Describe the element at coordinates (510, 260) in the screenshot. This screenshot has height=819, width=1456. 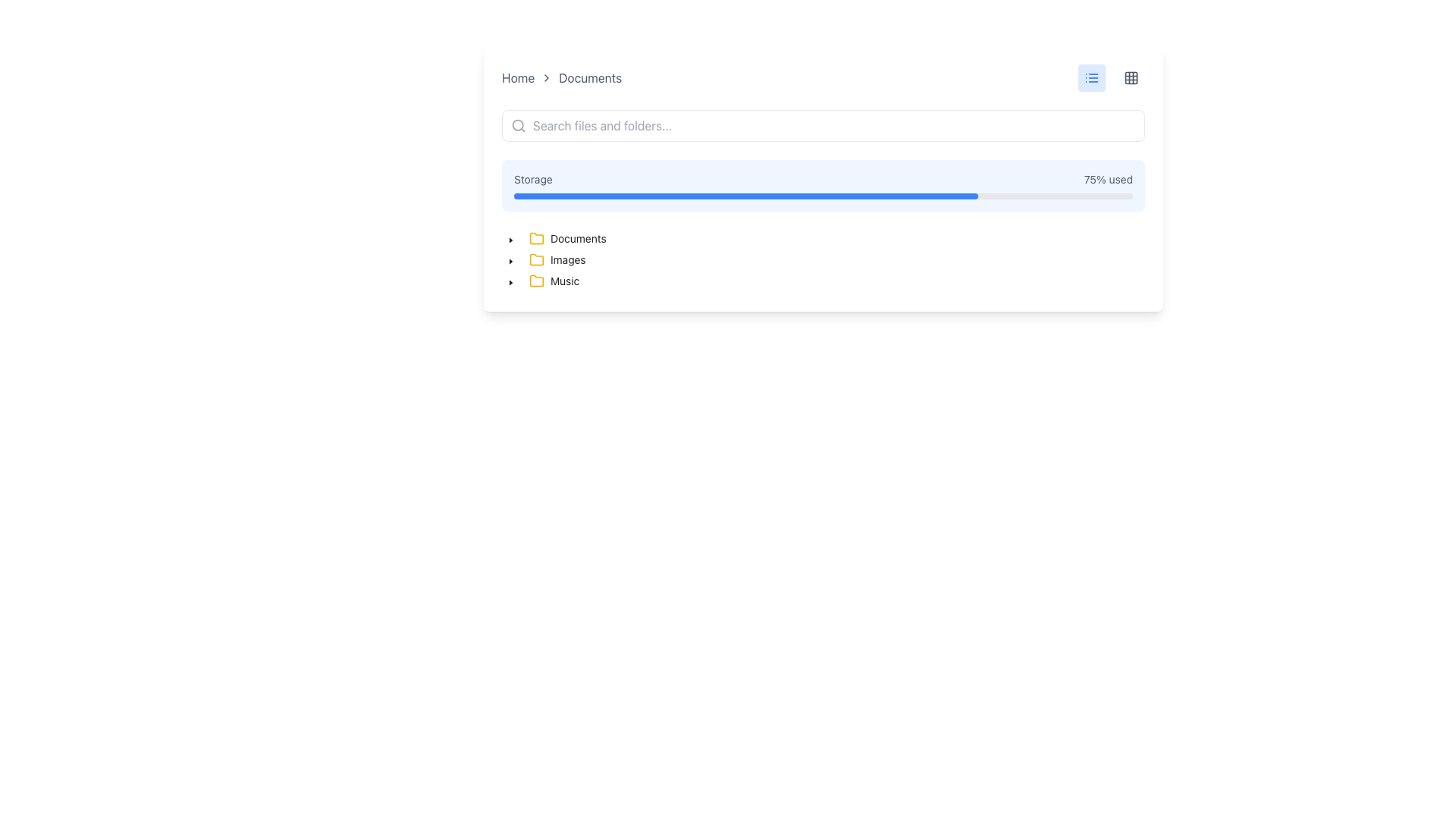
I see `the toggle icon located to the left of the 'Images' folder list item` at that location.